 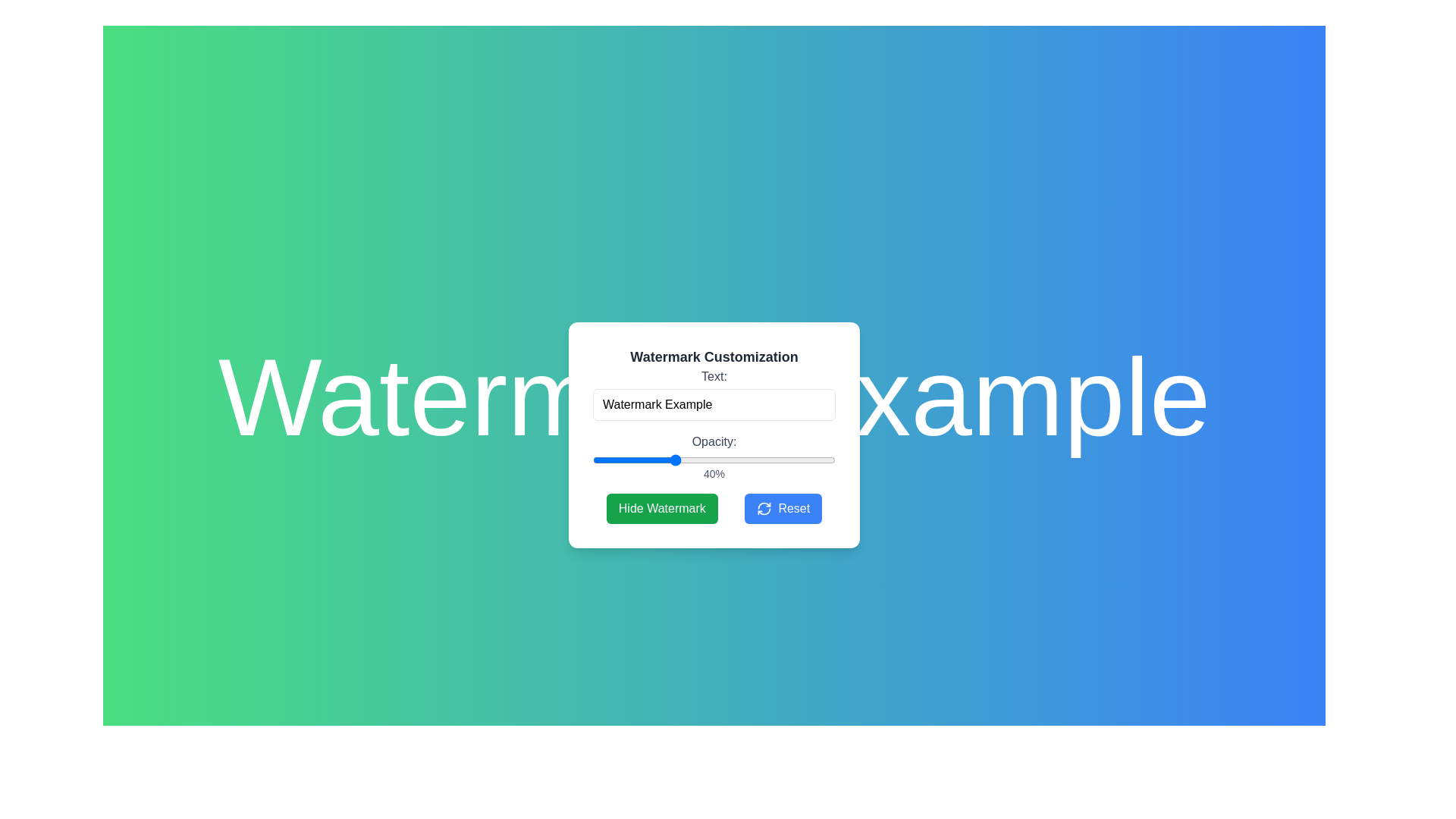 I want to click on opacity, so click(x=757, y=459).